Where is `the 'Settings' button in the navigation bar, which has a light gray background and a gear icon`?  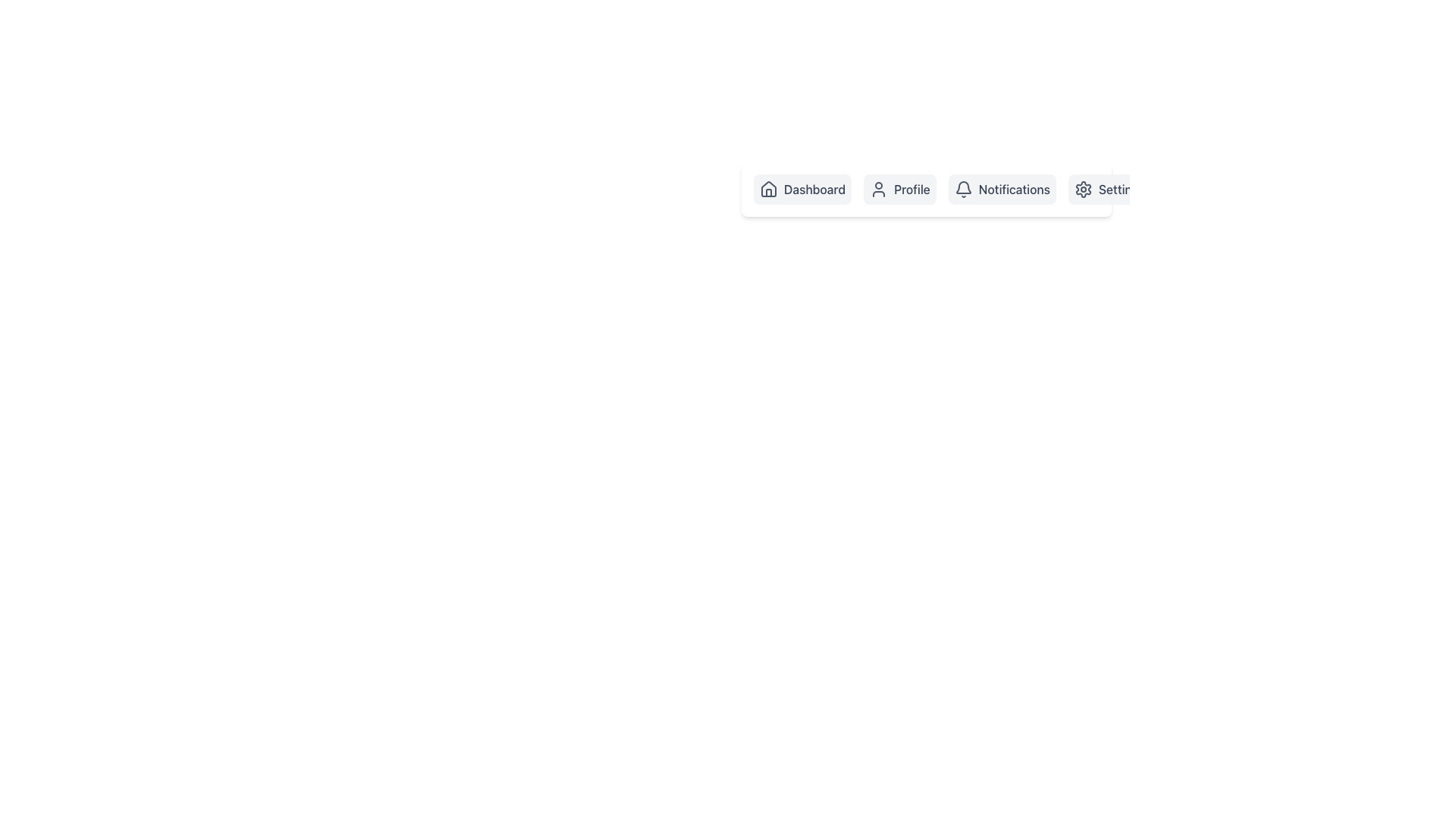
the 'Settings' button in the navigation bar, which has a light gray background and a gear icon is located at coordinates (1109, 189).